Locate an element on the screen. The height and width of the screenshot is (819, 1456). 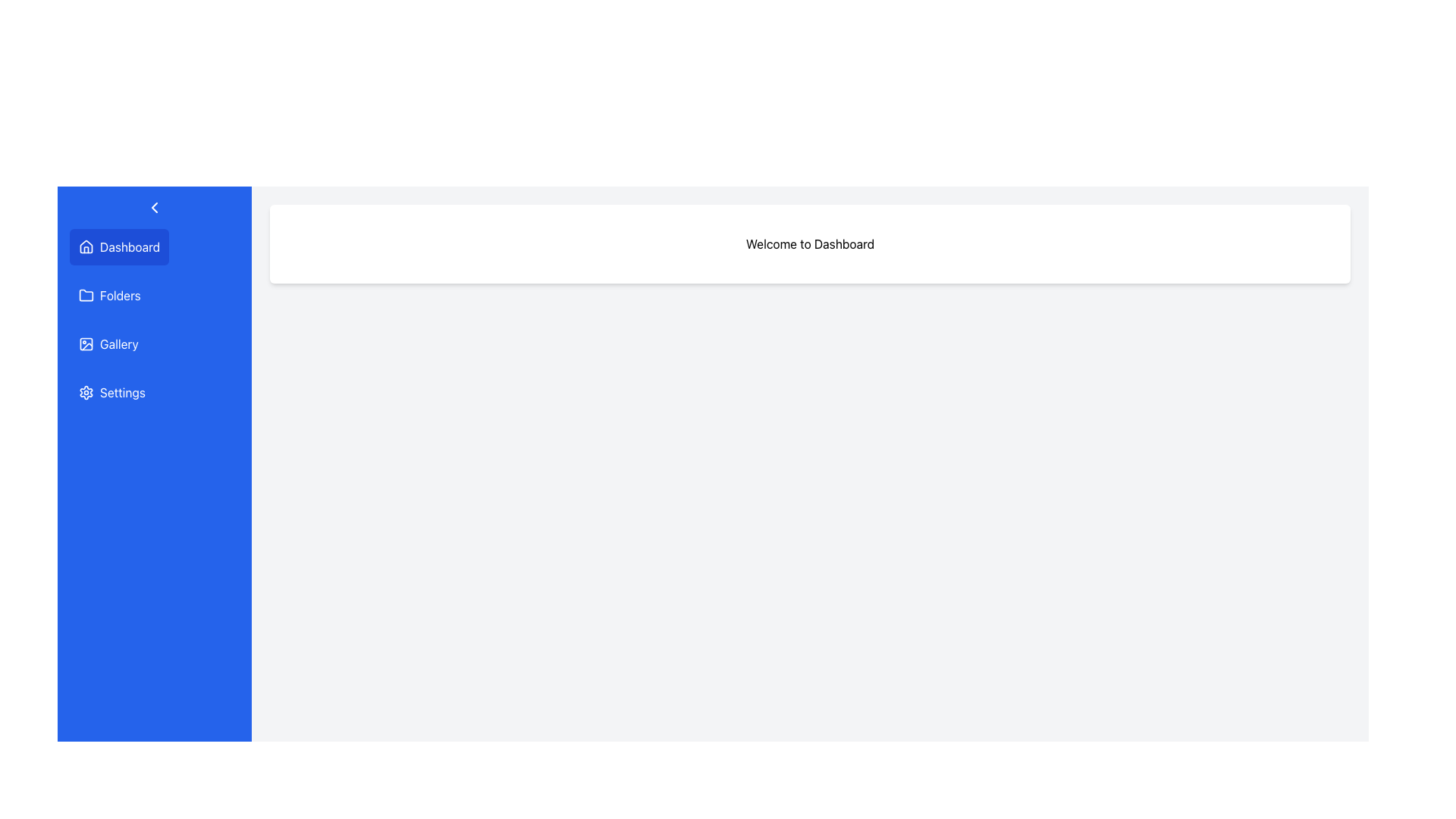
the small, square-shaped icon with a blue background and white outlines representing the 'Gallery' menu option, located to the left of the 'Gallery' text in the sidebar navigation menu is located at coordinates (86, 344).